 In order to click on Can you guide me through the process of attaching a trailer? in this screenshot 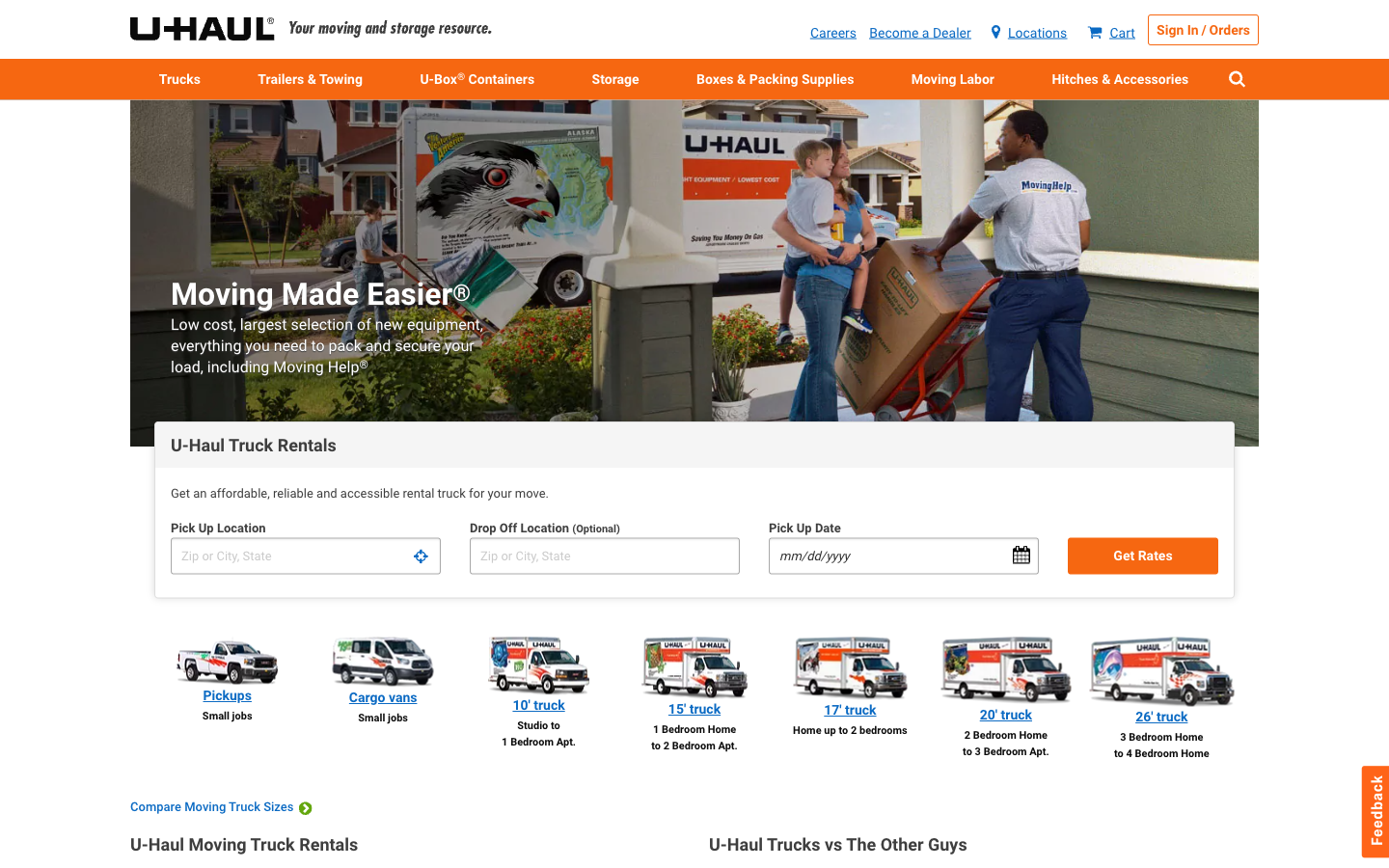, I will do `click(1120, 77)`.